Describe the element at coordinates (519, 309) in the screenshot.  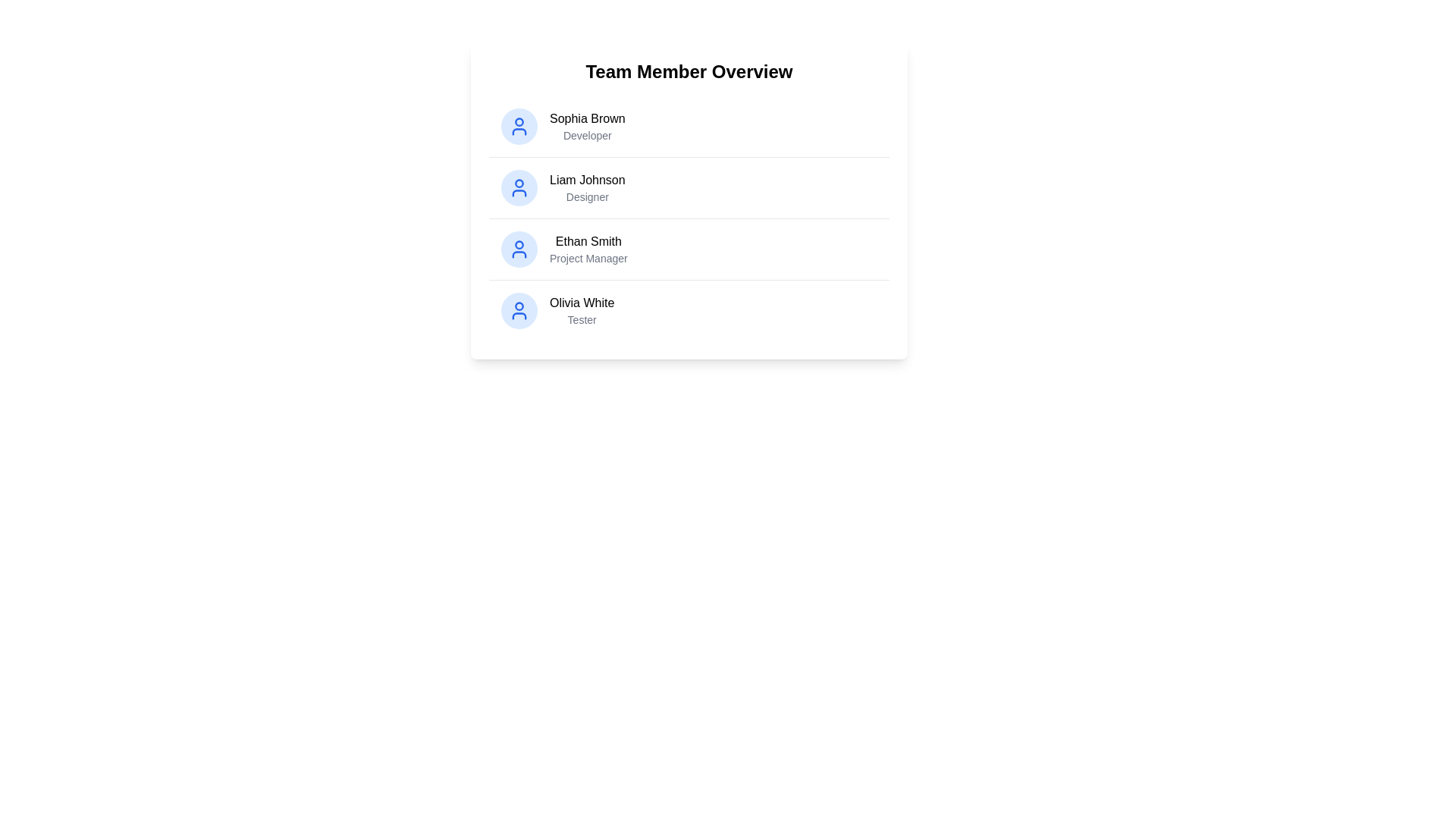
I see `the avatar icon representing team member 'Olivia White', which is the last entry in the list of team members, located to the left of the text 'Olivia White' and 'Tester'` at that location.